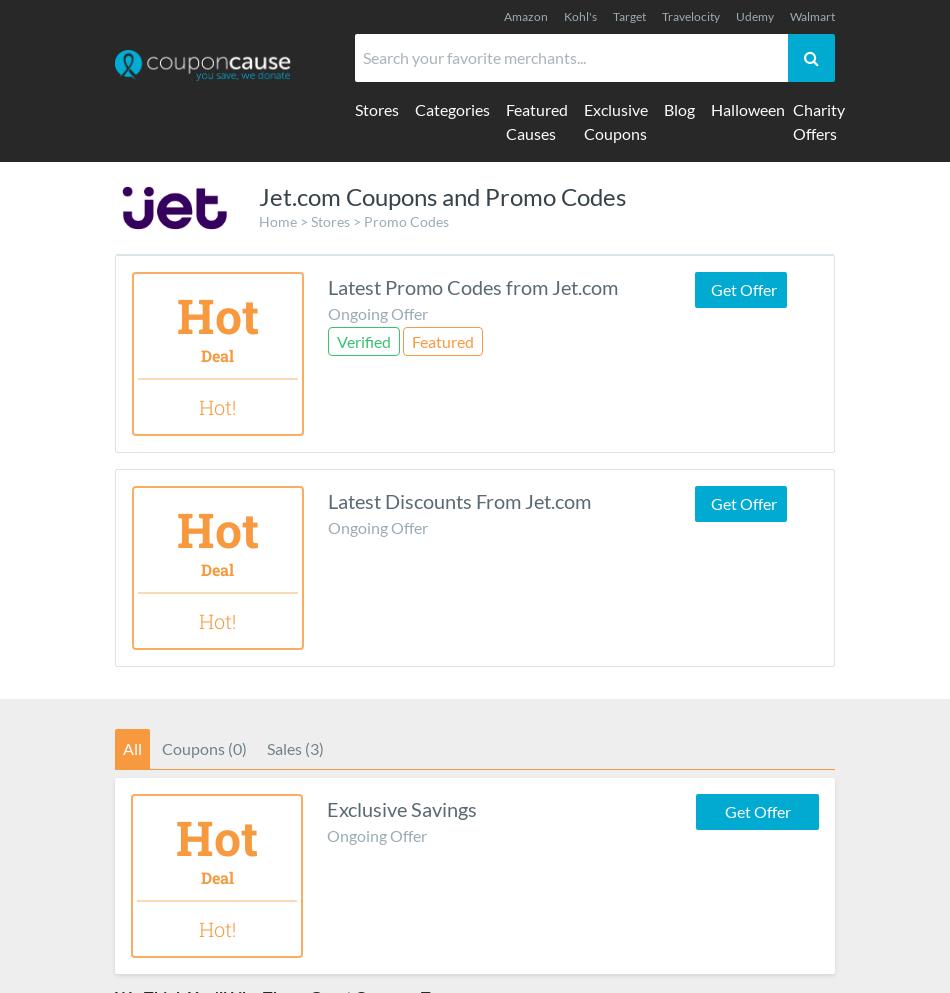  What do you see at coordinates (451, 108) in the screenshot?
I see `'Categories'` at bounding box center [451, 108].